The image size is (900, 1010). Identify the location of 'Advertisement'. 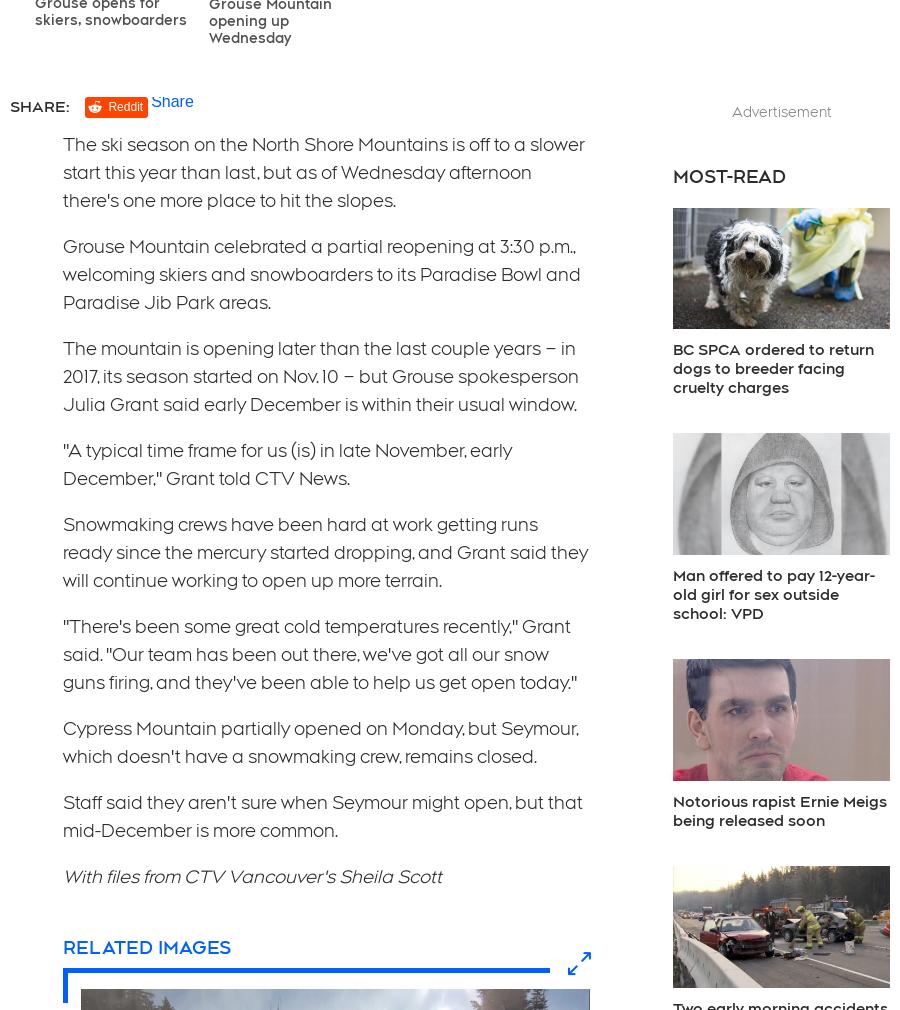
(729, 109).